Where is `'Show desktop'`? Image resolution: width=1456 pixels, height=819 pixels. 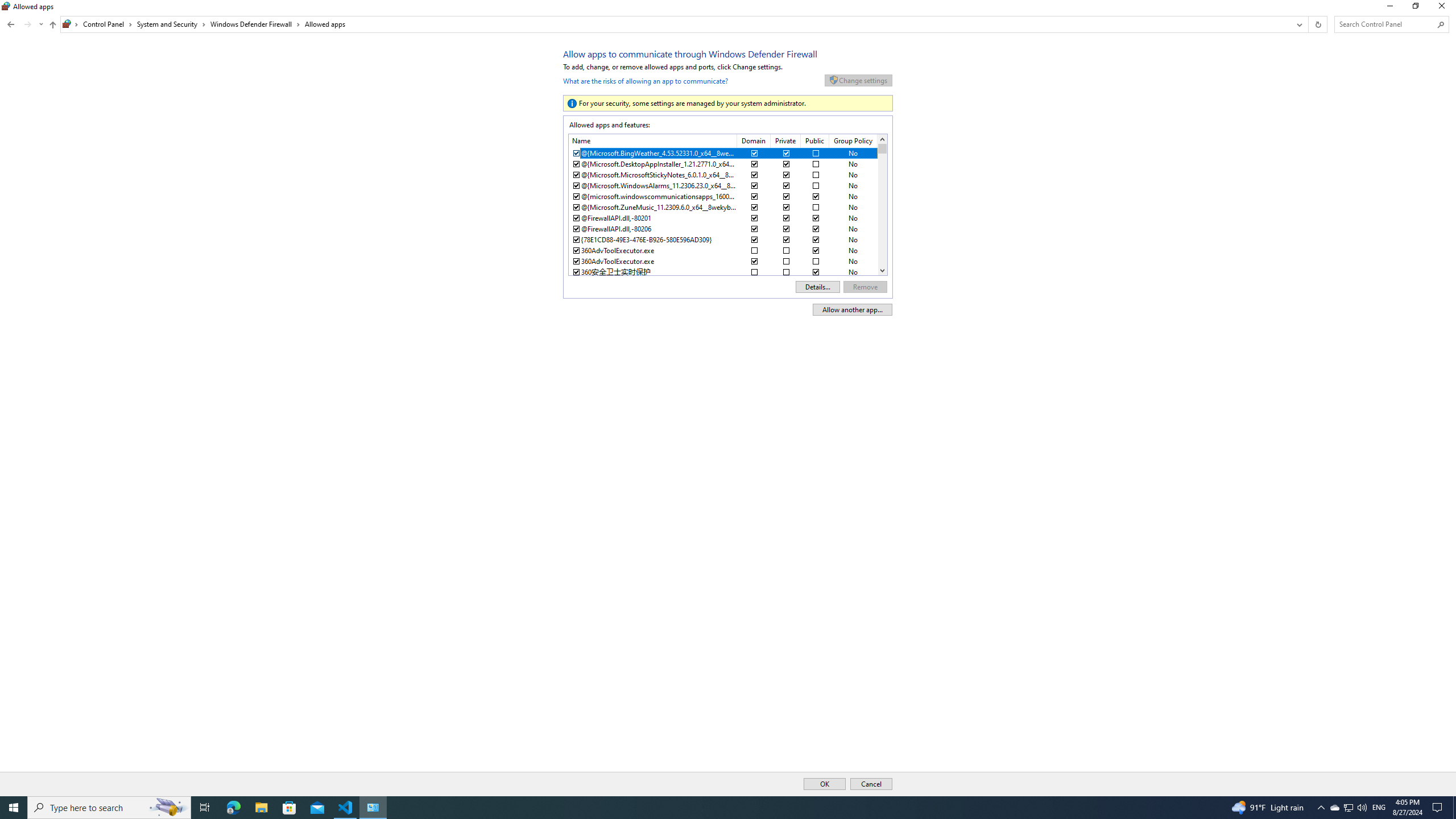
'Show desktop' is located at coordinates (1454, 806).